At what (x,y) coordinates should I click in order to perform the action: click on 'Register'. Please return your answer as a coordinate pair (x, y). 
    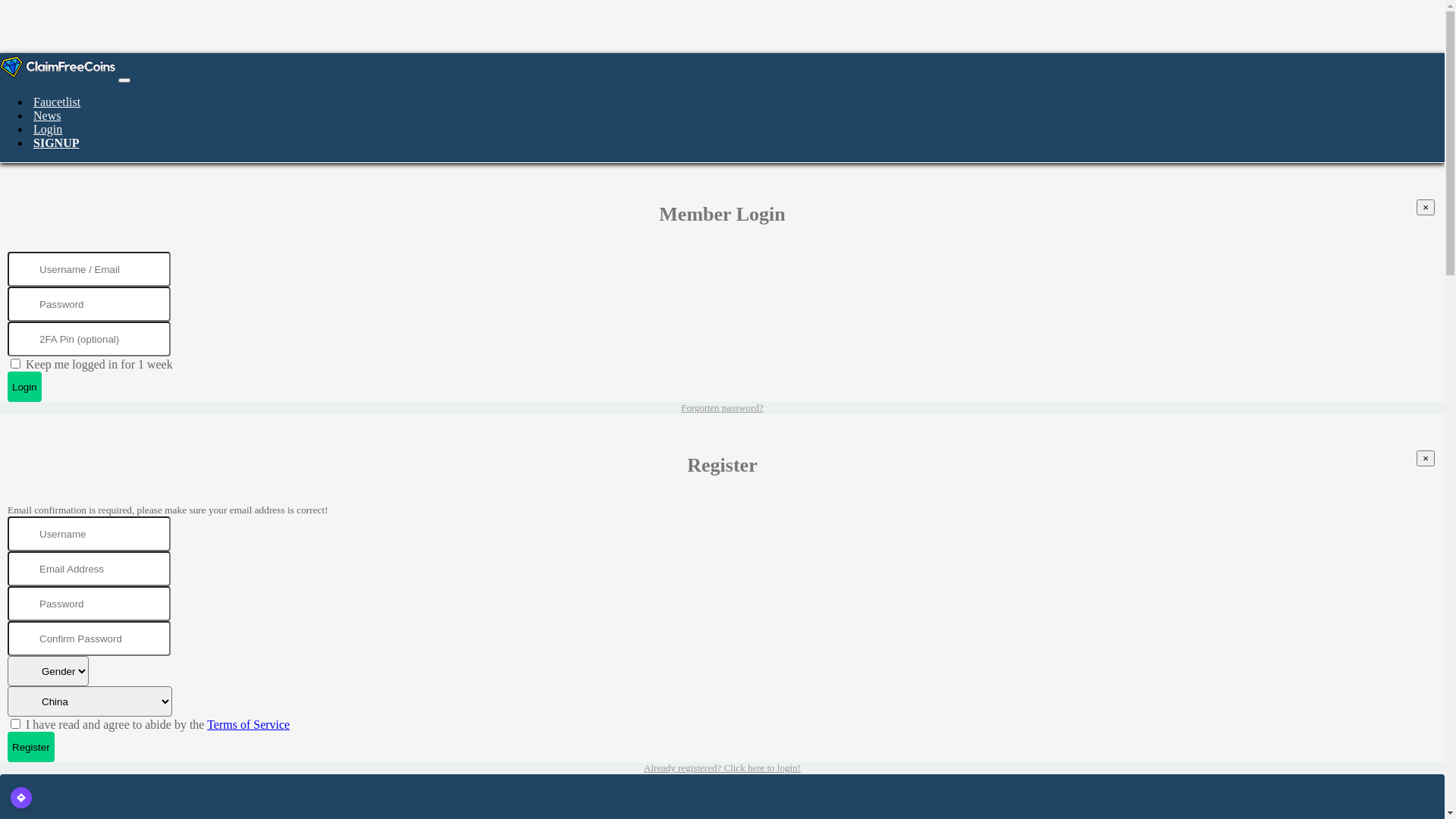
    Looking at the image, I should click on (7, 745).